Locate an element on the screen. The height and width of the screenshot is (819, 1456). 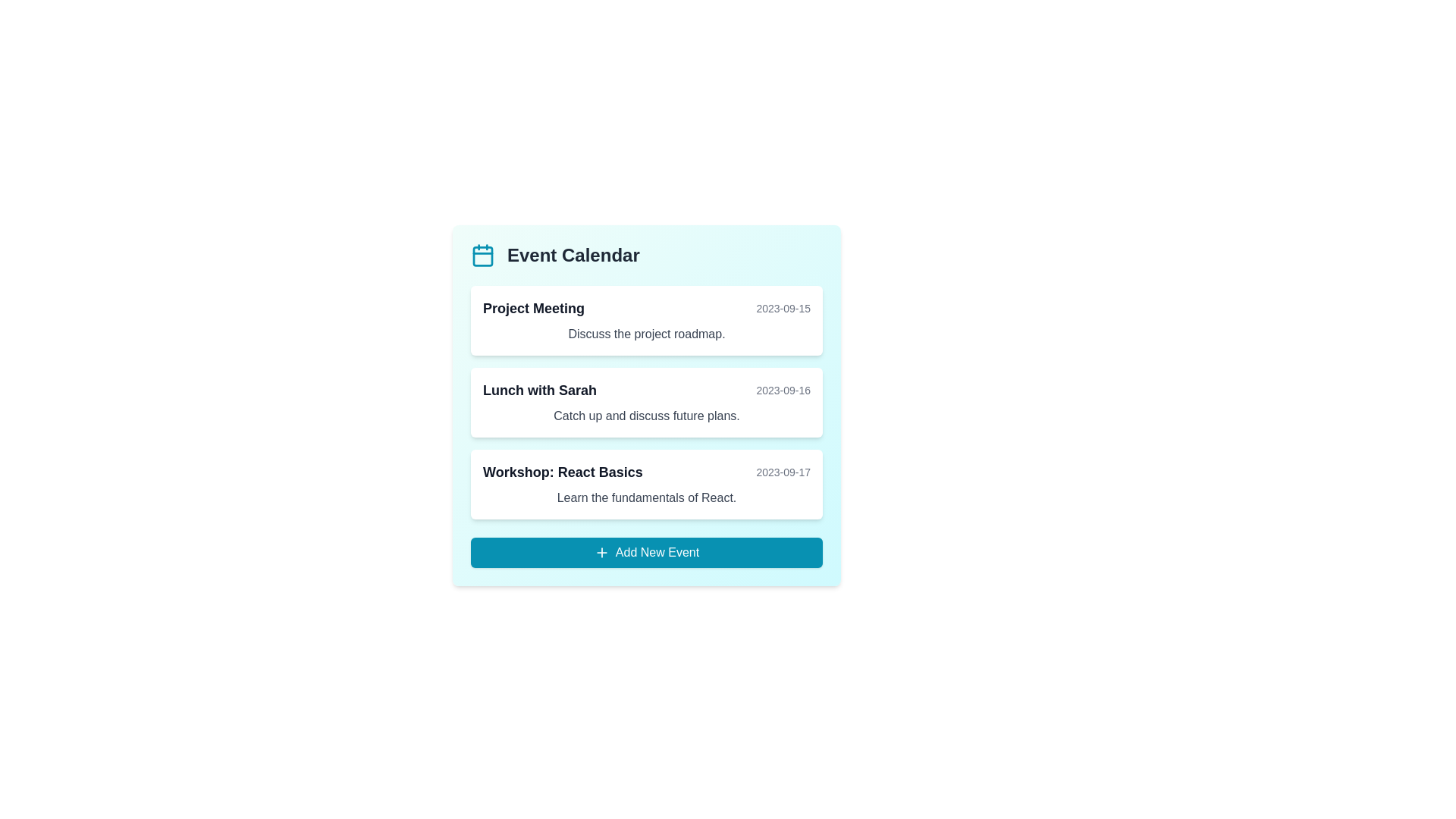
the event titled Lunch with Sarah to view its details is located at coordinates (647, 402).